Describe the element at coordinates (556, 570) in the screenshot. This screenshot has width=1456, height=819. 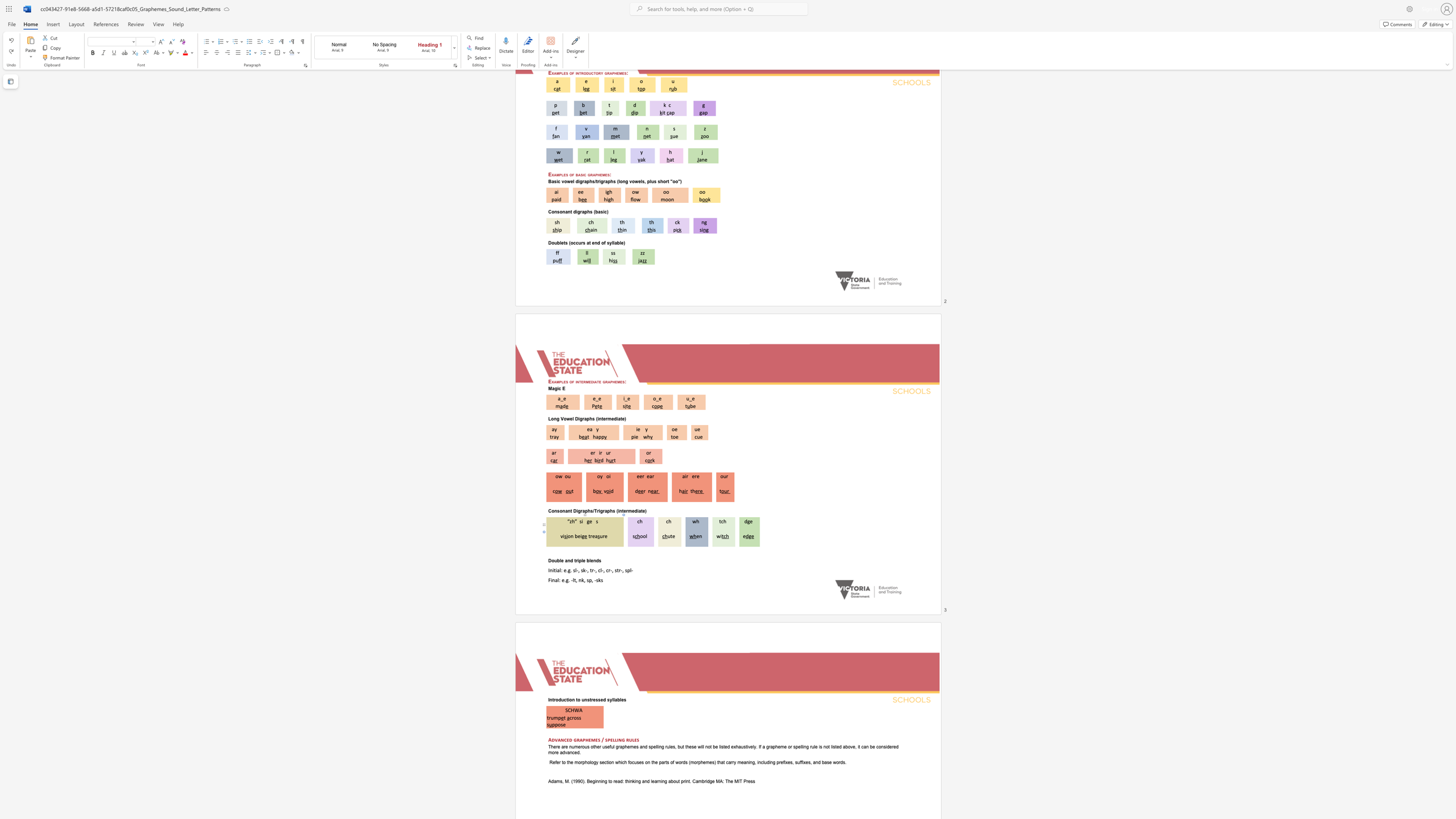
I see `the space between the continuous character "t" and "i" in the text` at that location.